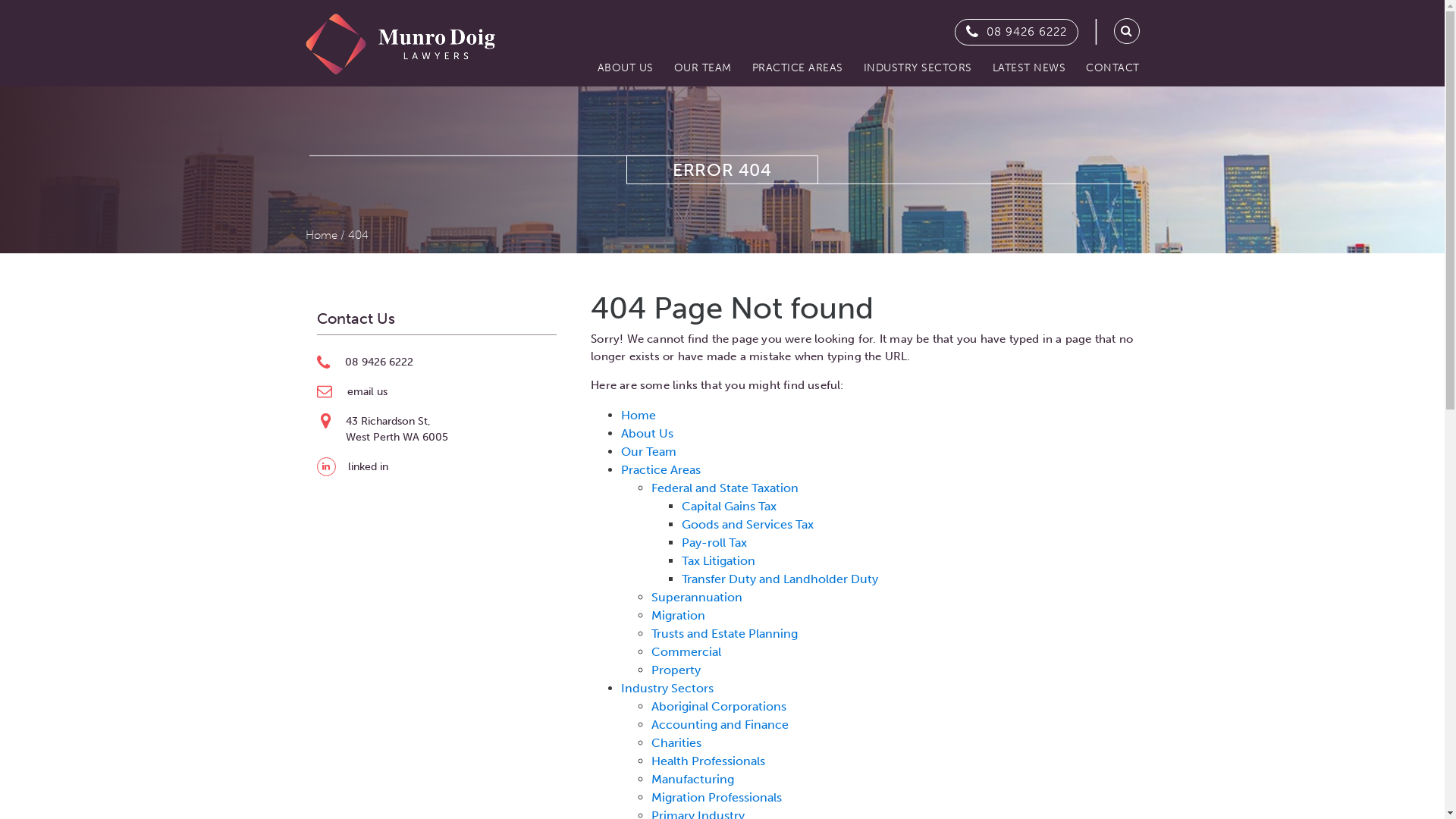  What do you see at coordinates (796, 68) in the screenshot?
I see `'PRACTICE AREAS'` at bounding box center [796, 68].